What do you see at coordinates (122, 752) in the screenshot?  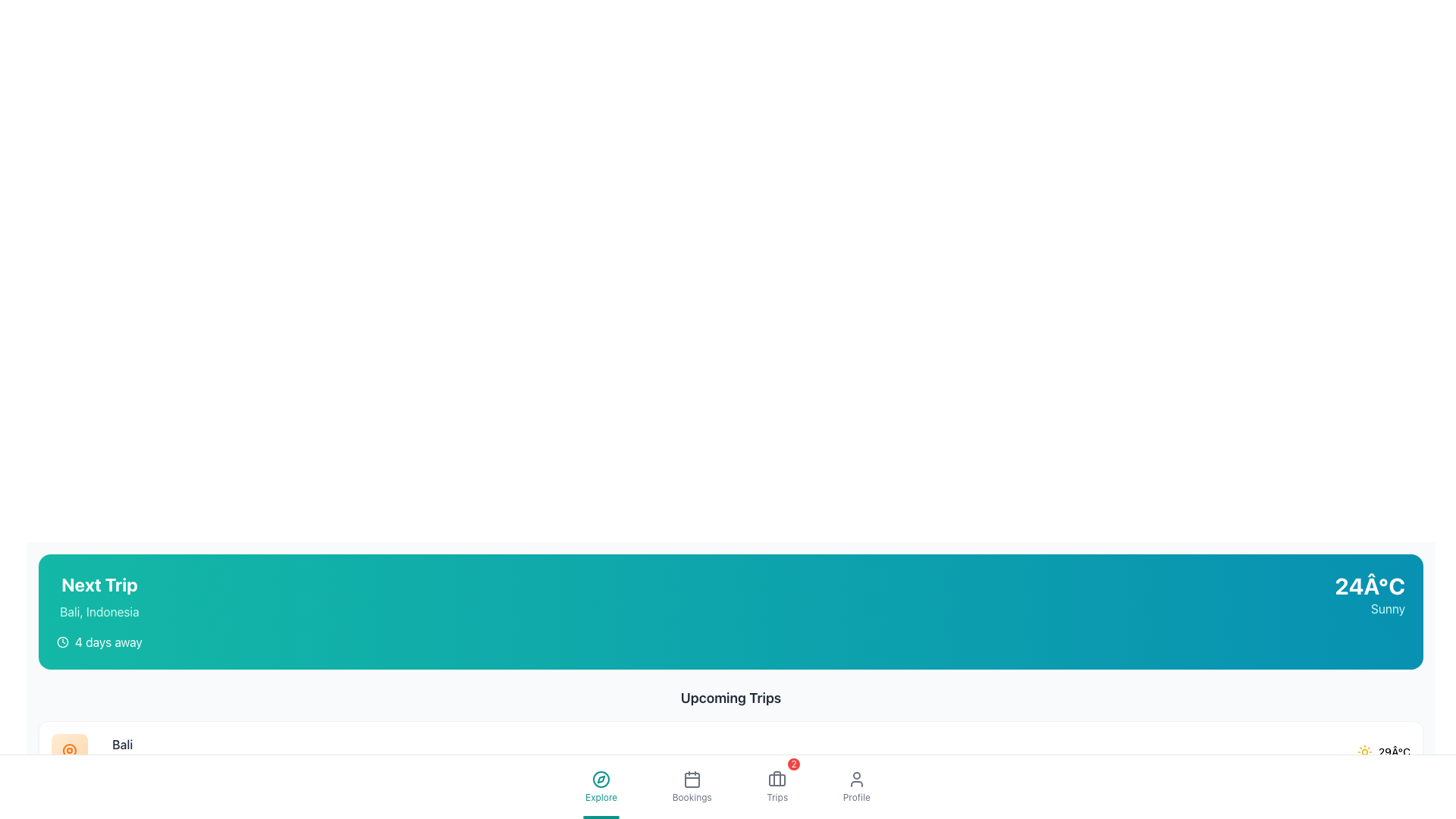 I see `the text label 'Bali' located in the lower center of the layout under the section labeled 'Upcoming Trips' for more information` at bounding box center [122, 752].